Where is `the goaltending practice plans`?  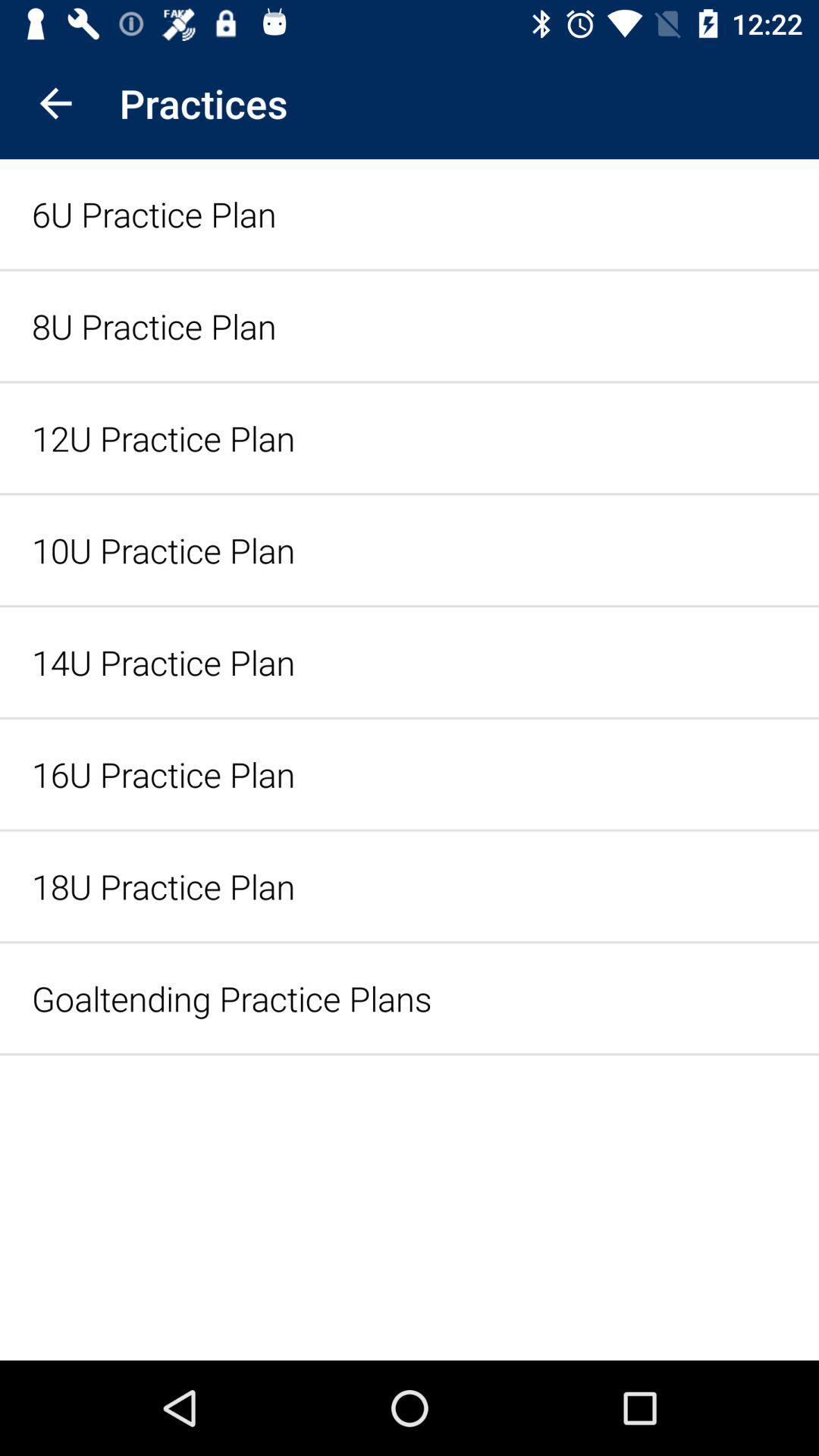 the goaltending practice plans is located at coordinates (409, 998).